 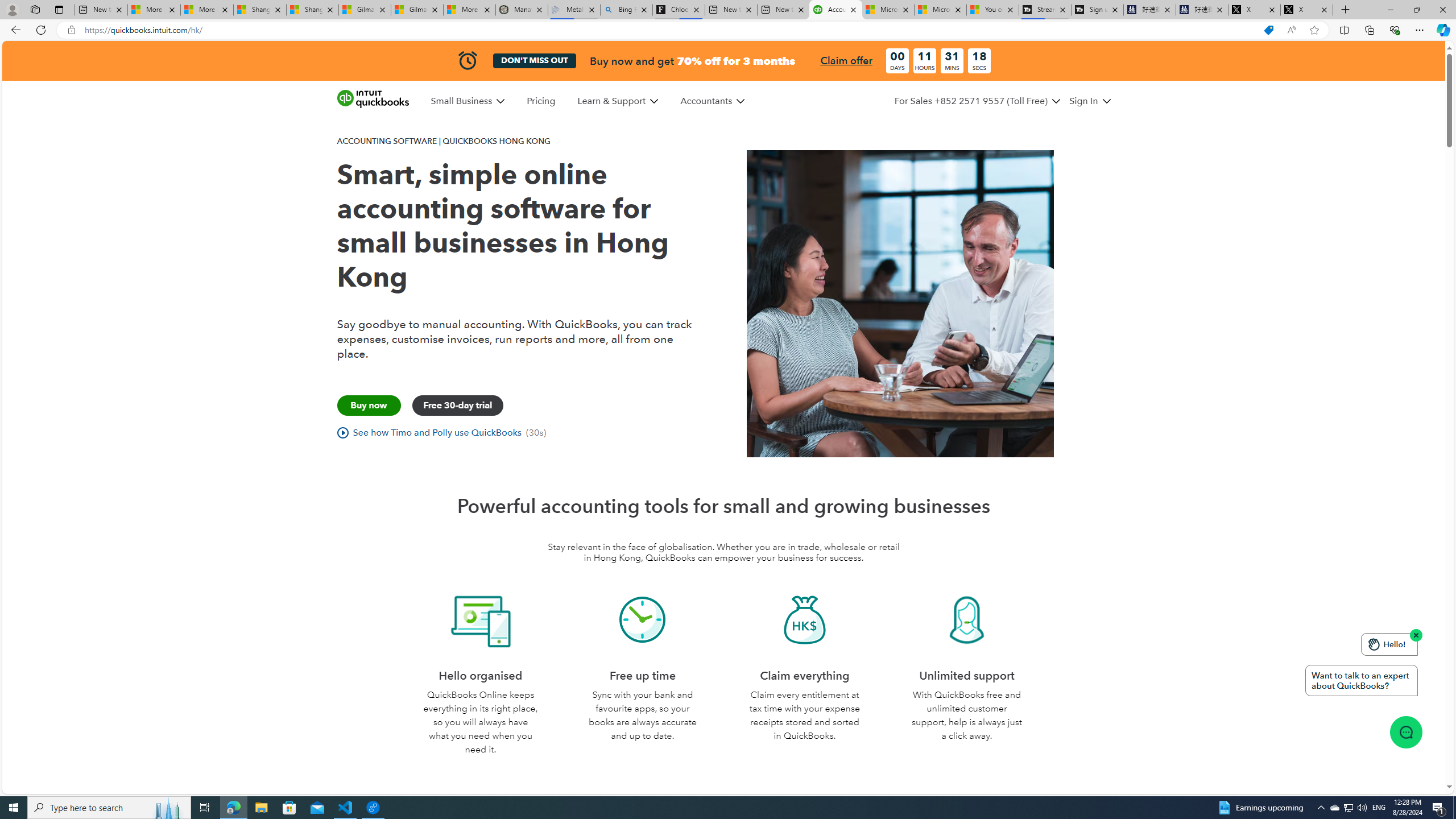 I want to click on 'Buy now', so click(x=368, y=405).